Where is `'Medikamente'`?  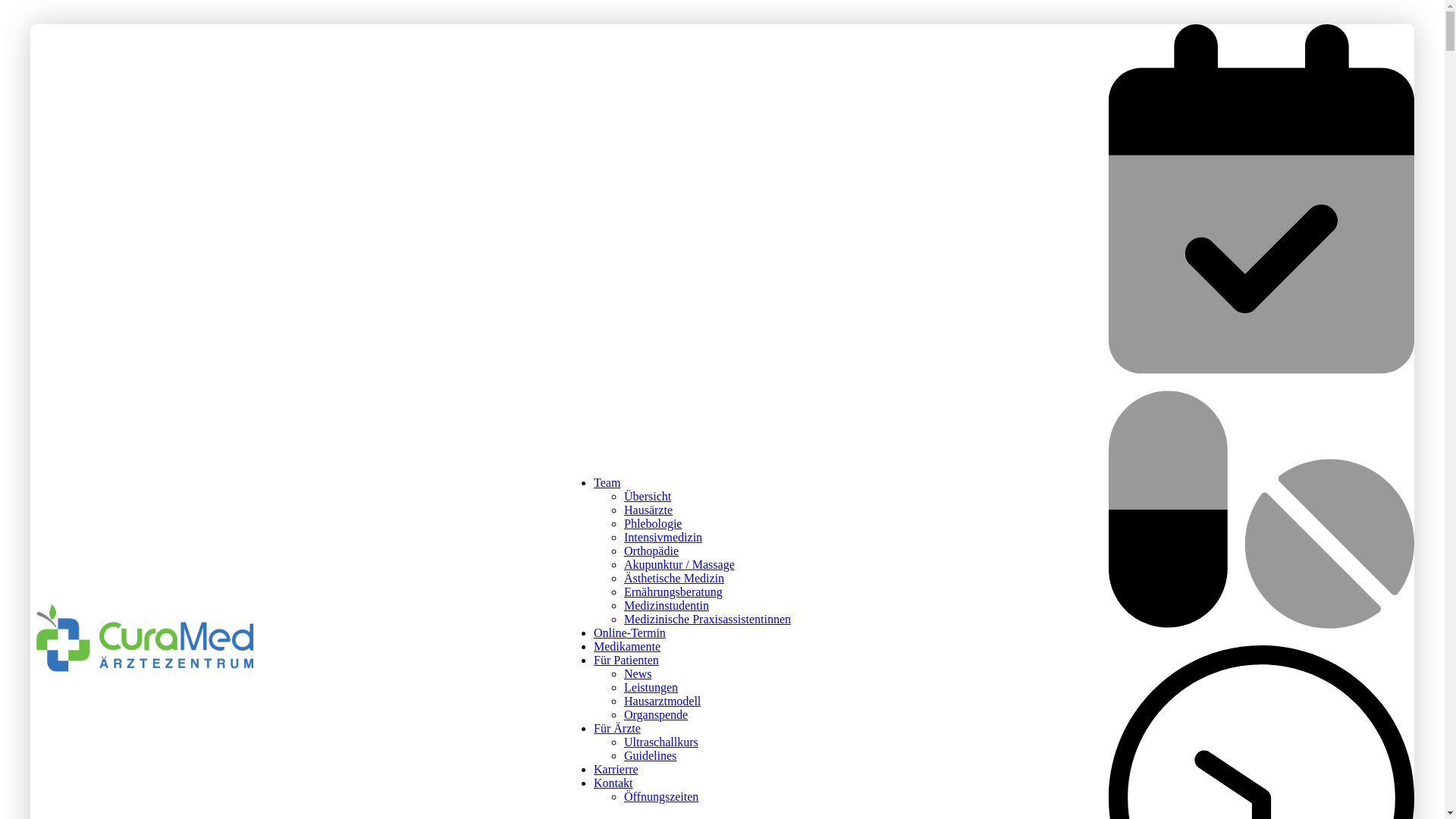 'Medikamente' is located at coordinates (626, 646).